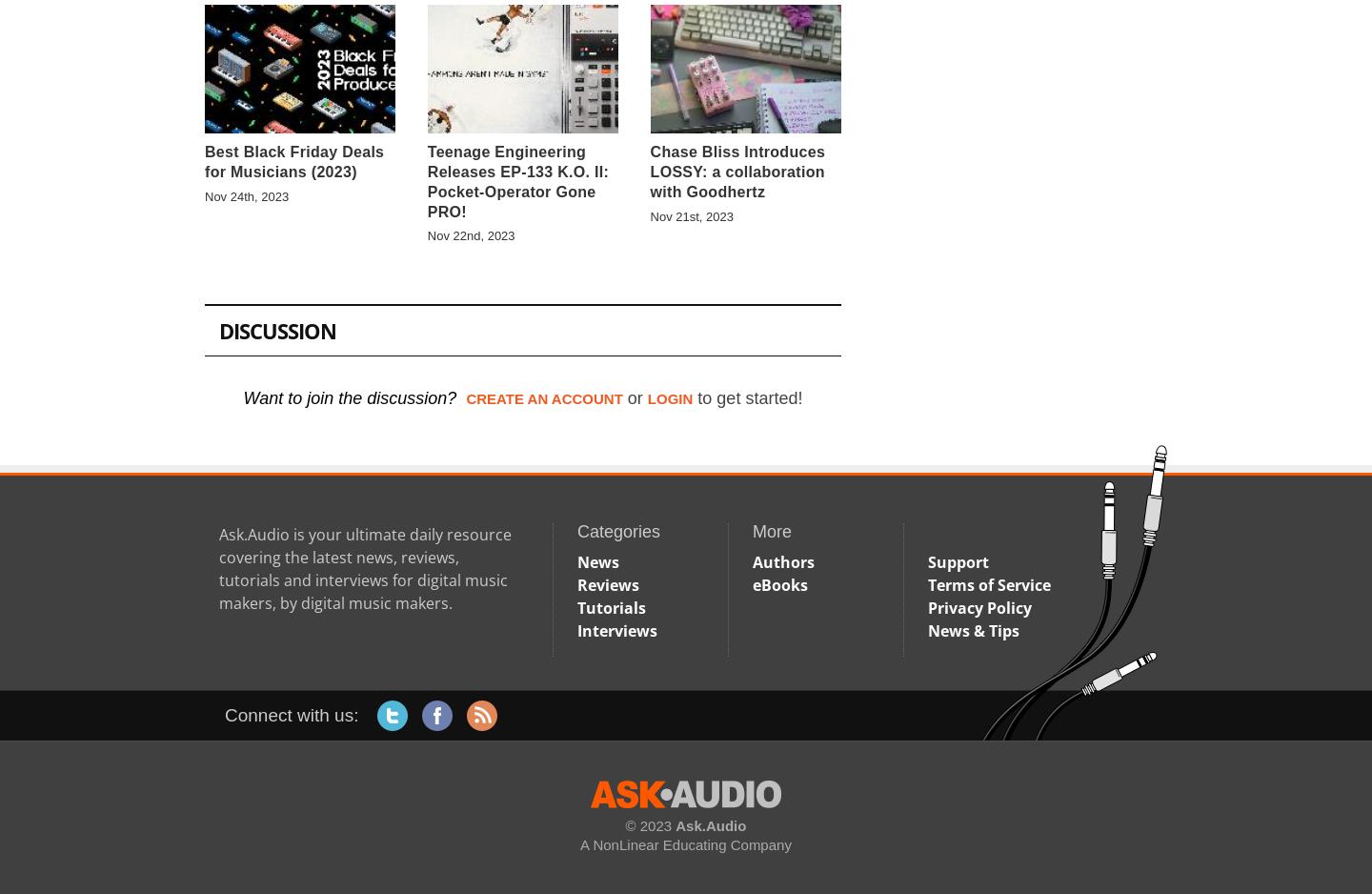 Image resolution: width=1372 pixels, height=894 pixels. What do you see at coordinates (780, 583) in the screenshot?
I see `'eBooks'` at bounding box center [780, 583].